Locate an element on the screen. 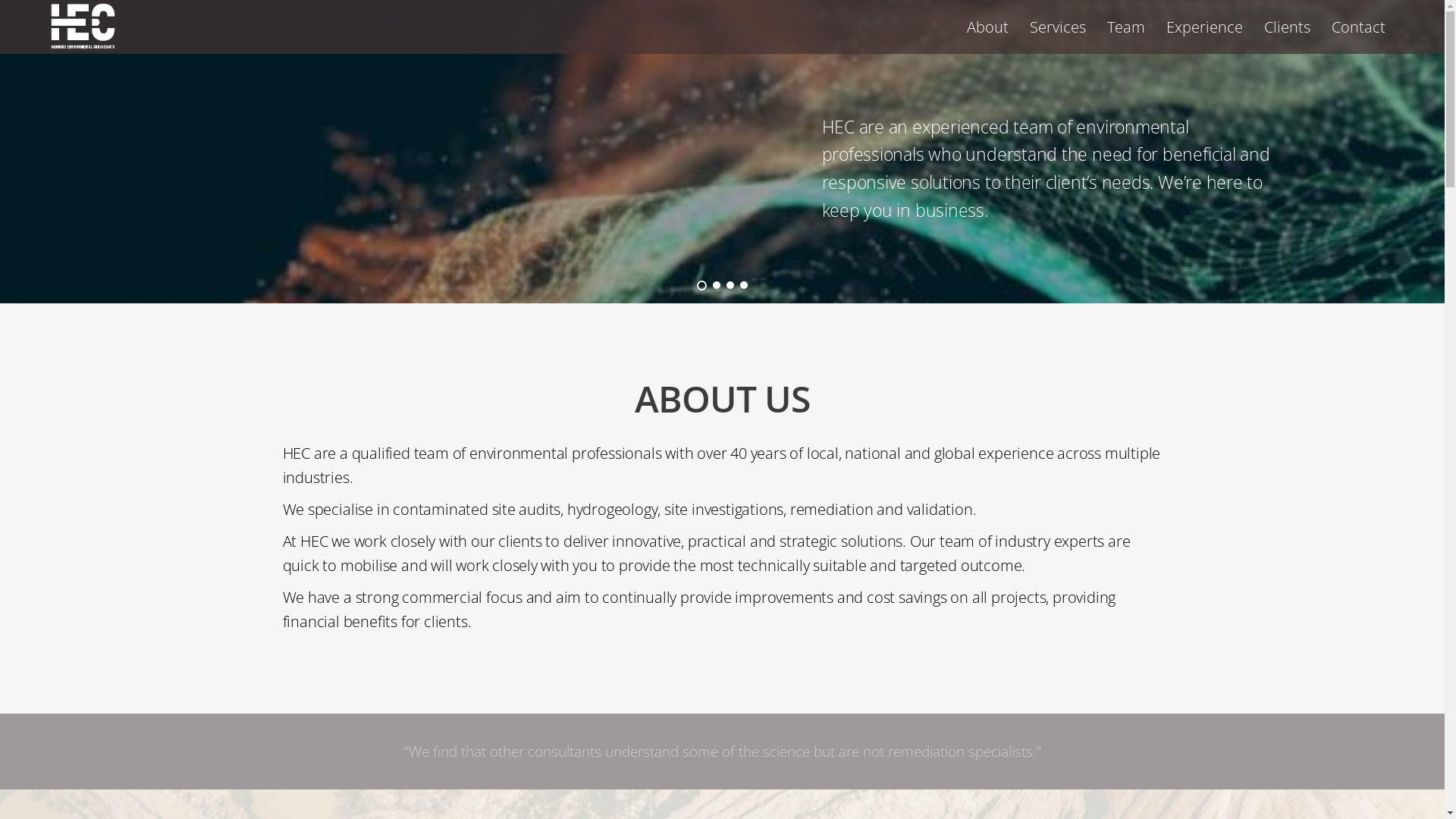 This screenshot has height=819, width=1456. 'HEC-white-logo' is located at coordinates (82, 26).